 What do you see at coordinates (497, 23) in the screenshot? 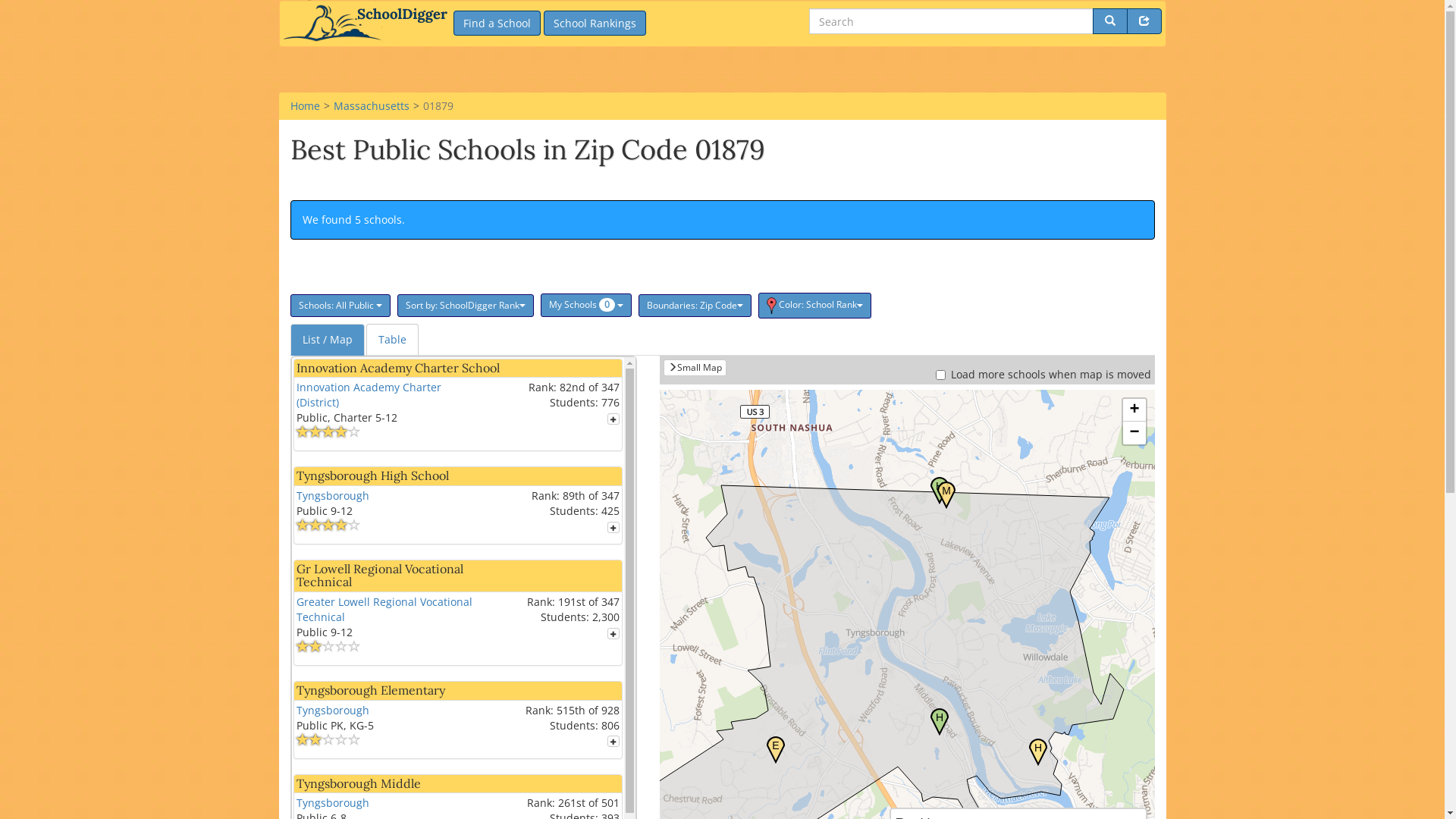
I see `'Find a School'` at bounding box center [497, 23].